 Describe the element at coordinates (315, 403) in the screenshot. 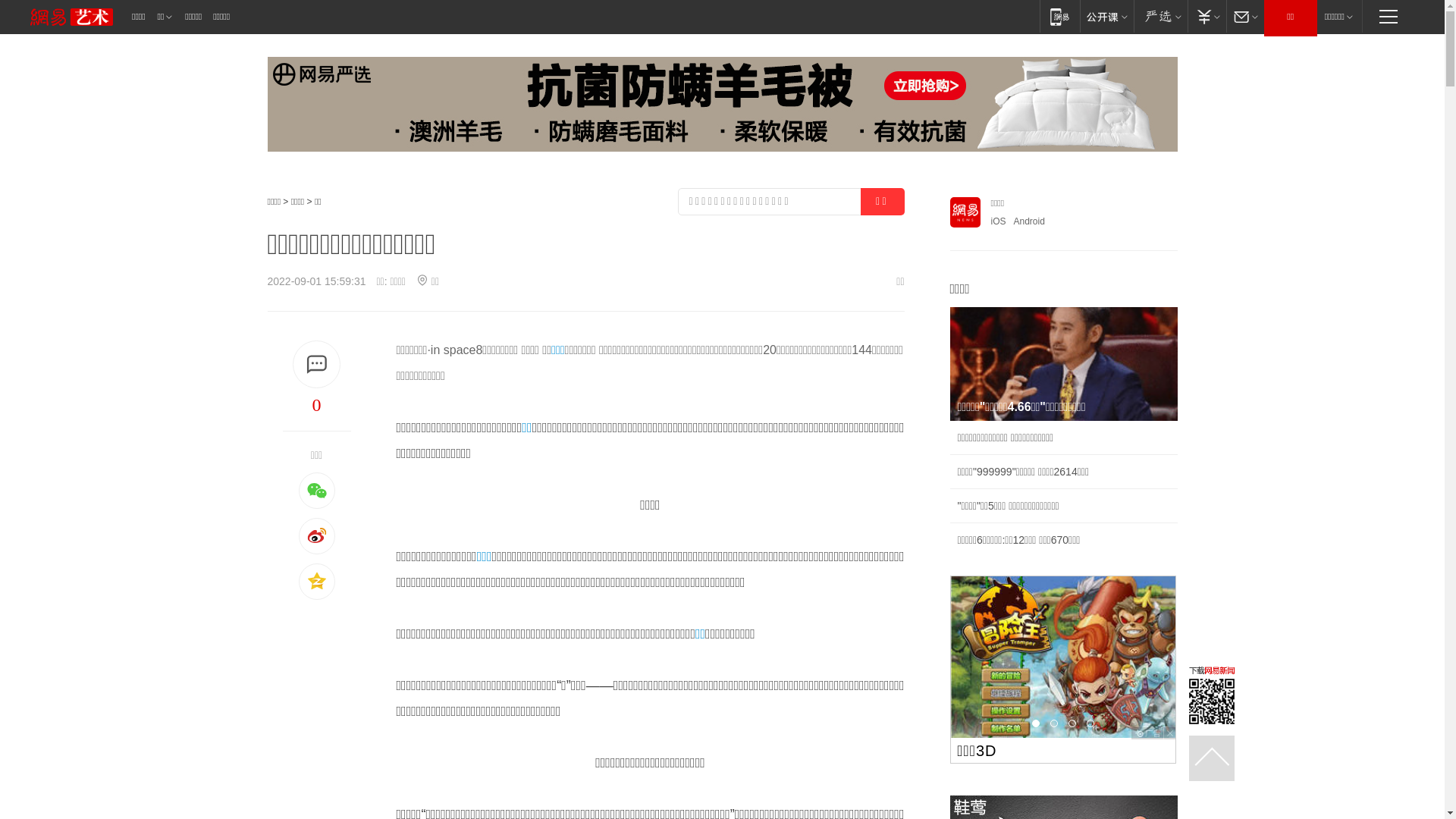

I see `'0'` at that location.